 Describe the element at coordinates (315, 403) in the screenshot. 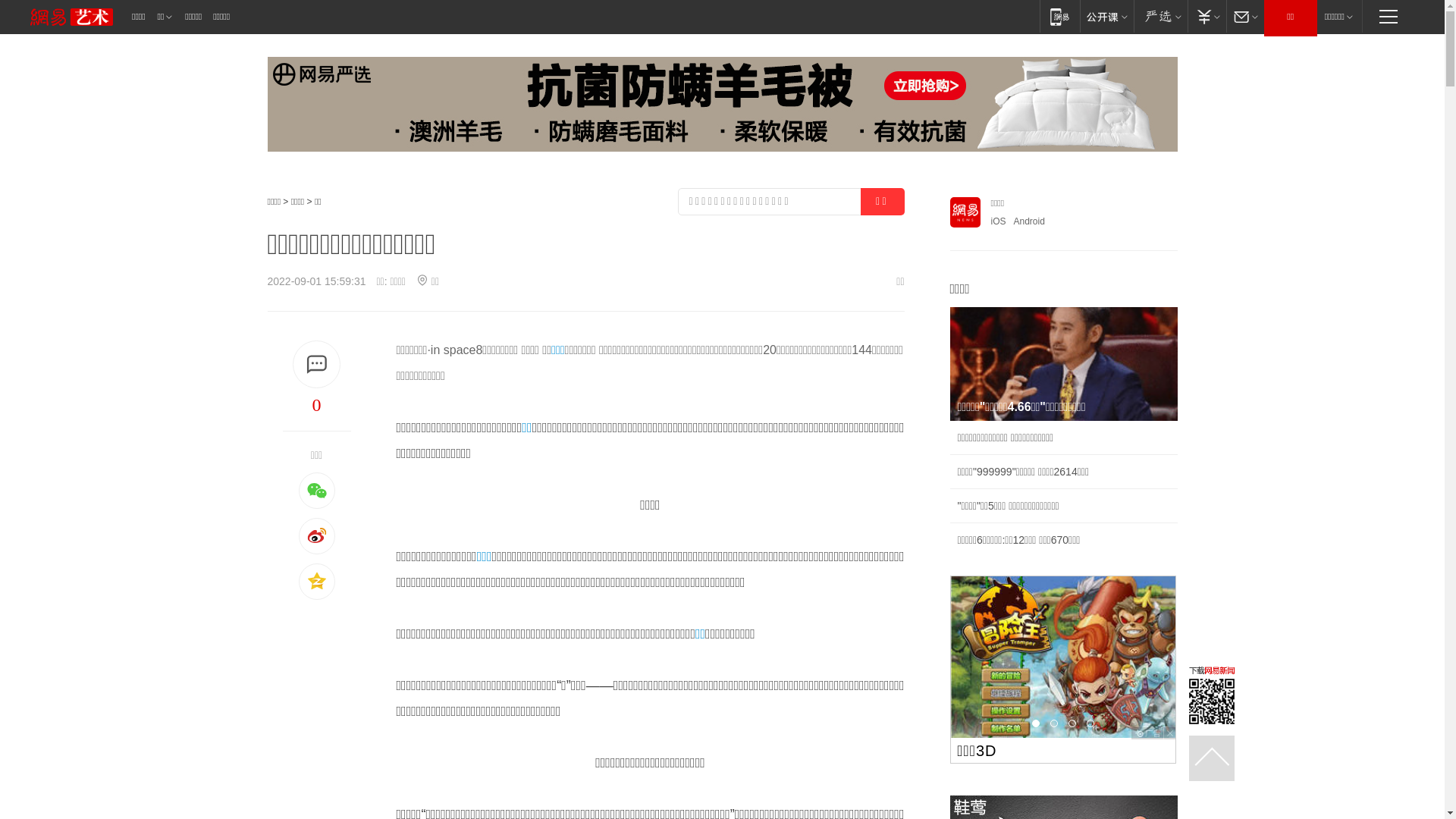

I see `'0'` at that location.